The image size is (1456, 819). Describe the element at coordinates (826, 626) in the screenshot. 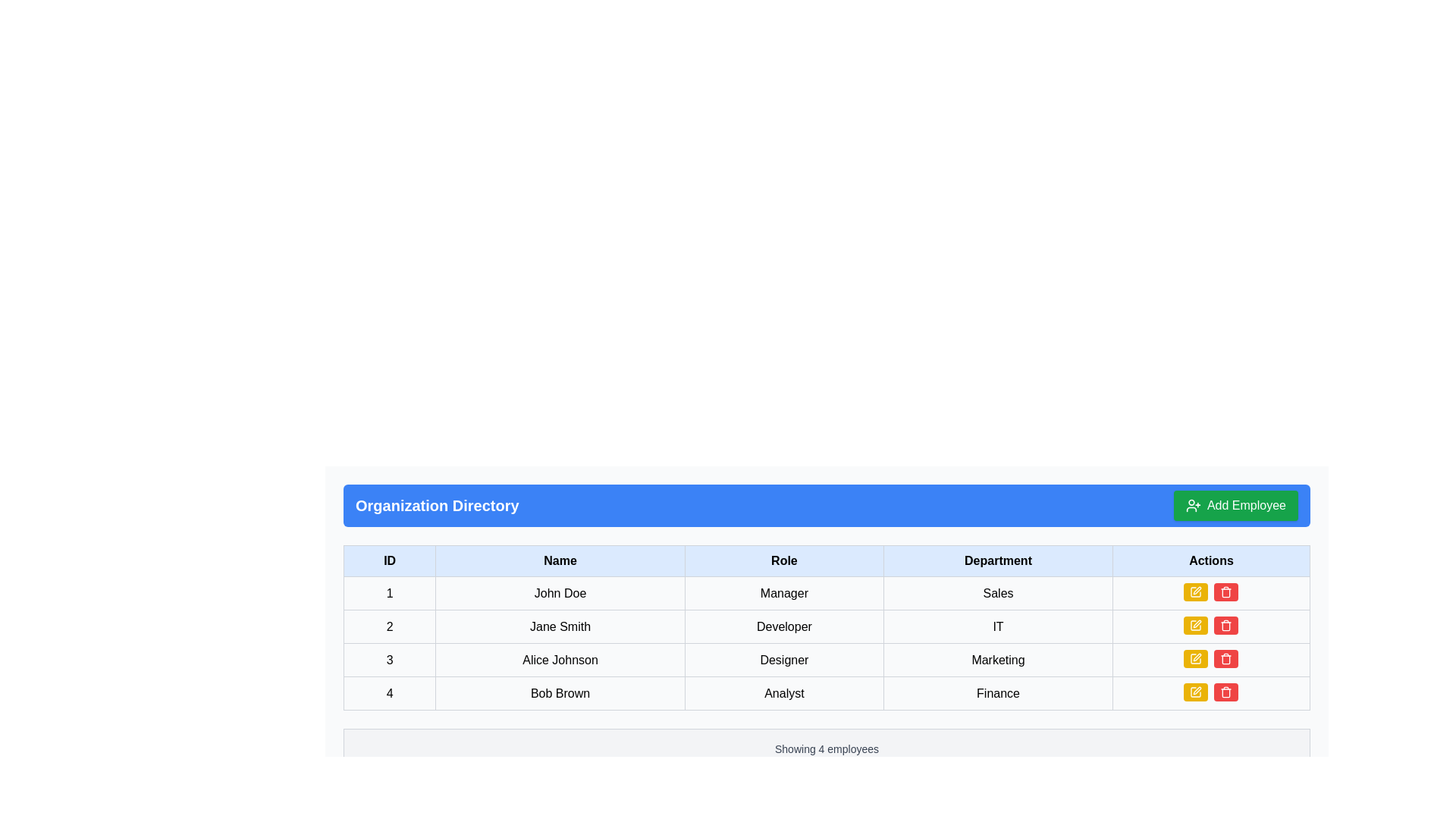

I see `the second row in the data table that contains 'Jane Smith', 'Developer', and 'IT'` at that location.